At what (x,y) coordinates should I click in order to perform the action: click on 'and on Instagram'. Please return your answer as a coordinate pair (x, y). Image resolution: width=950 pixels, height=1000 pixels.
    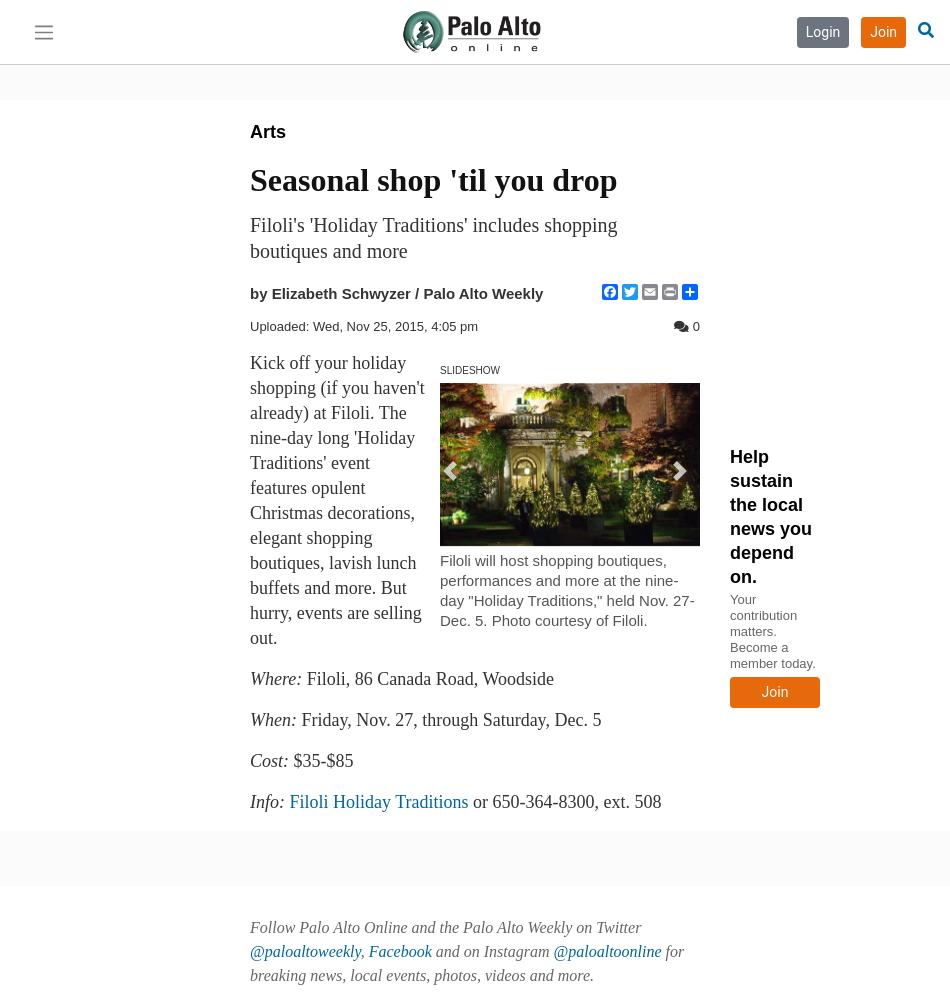
    Looking at the image, I should click on (492, 950).